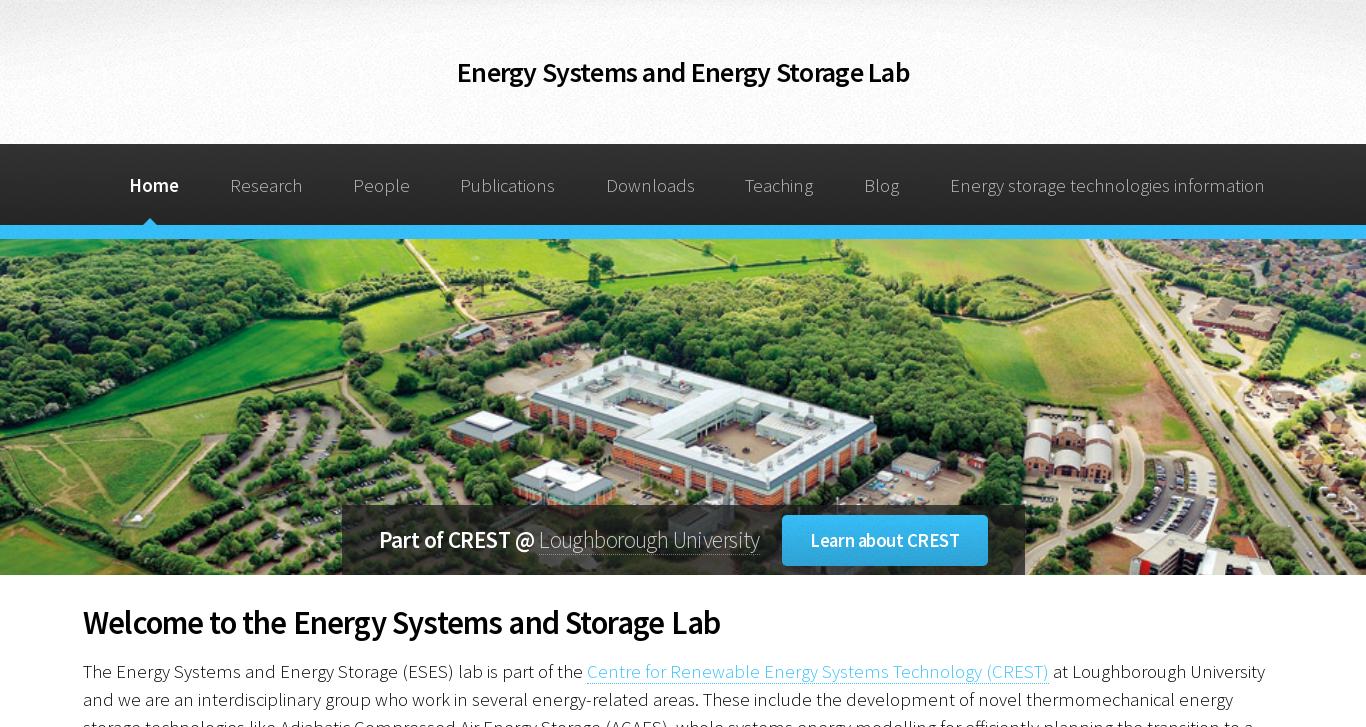 This screenshot has width=1366, height=727. What do you see at coordinates (265, 184) in the screenshot?
I see `'Research'` at bounding box center [265, 184].